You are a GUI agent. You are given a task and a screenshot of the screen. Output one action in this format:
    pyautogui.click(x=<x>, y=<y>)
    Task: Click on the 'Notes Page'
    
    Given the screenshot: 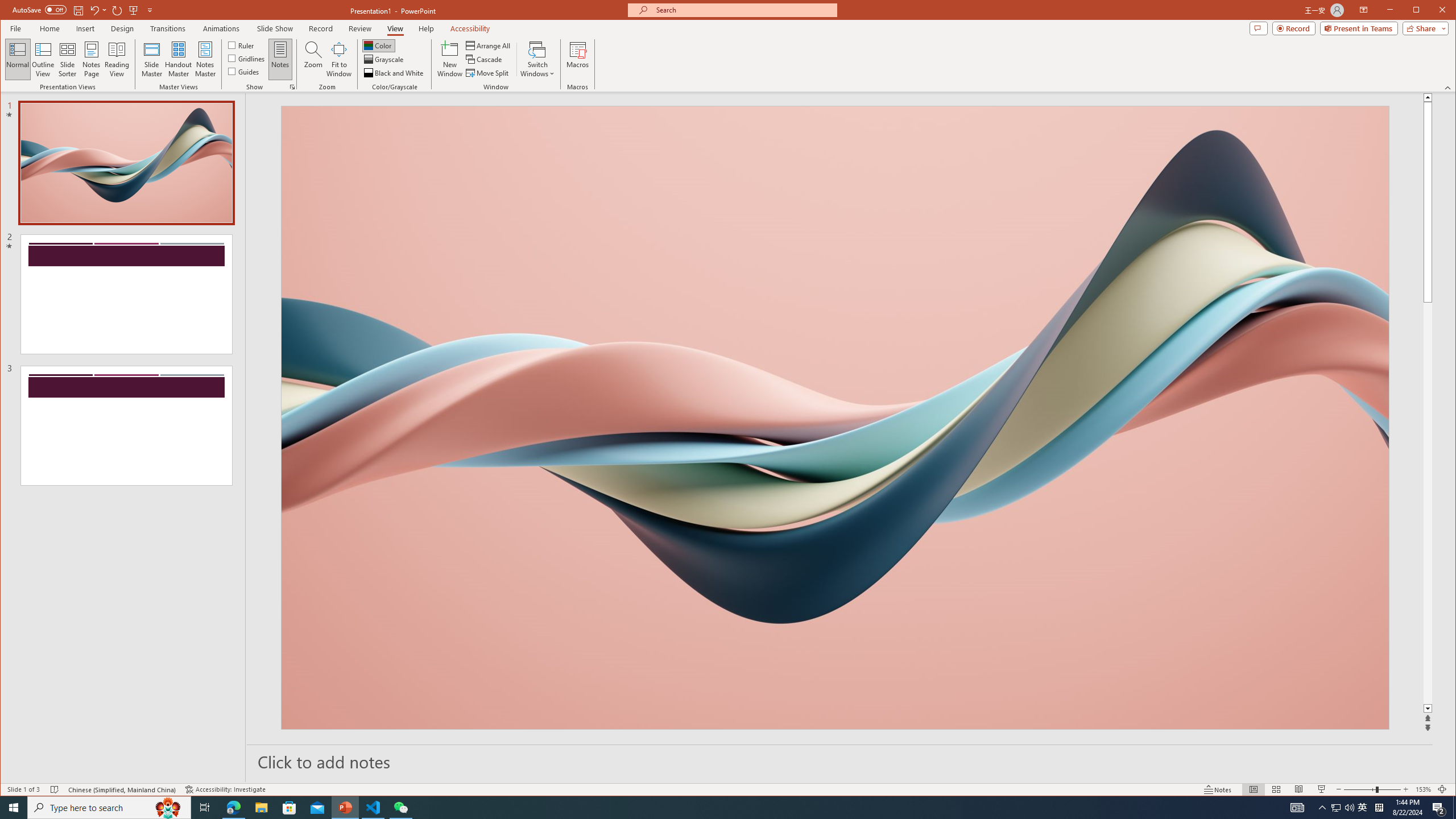 What is the action you would take?
    pyautogui.click(x=91, y=59)
    